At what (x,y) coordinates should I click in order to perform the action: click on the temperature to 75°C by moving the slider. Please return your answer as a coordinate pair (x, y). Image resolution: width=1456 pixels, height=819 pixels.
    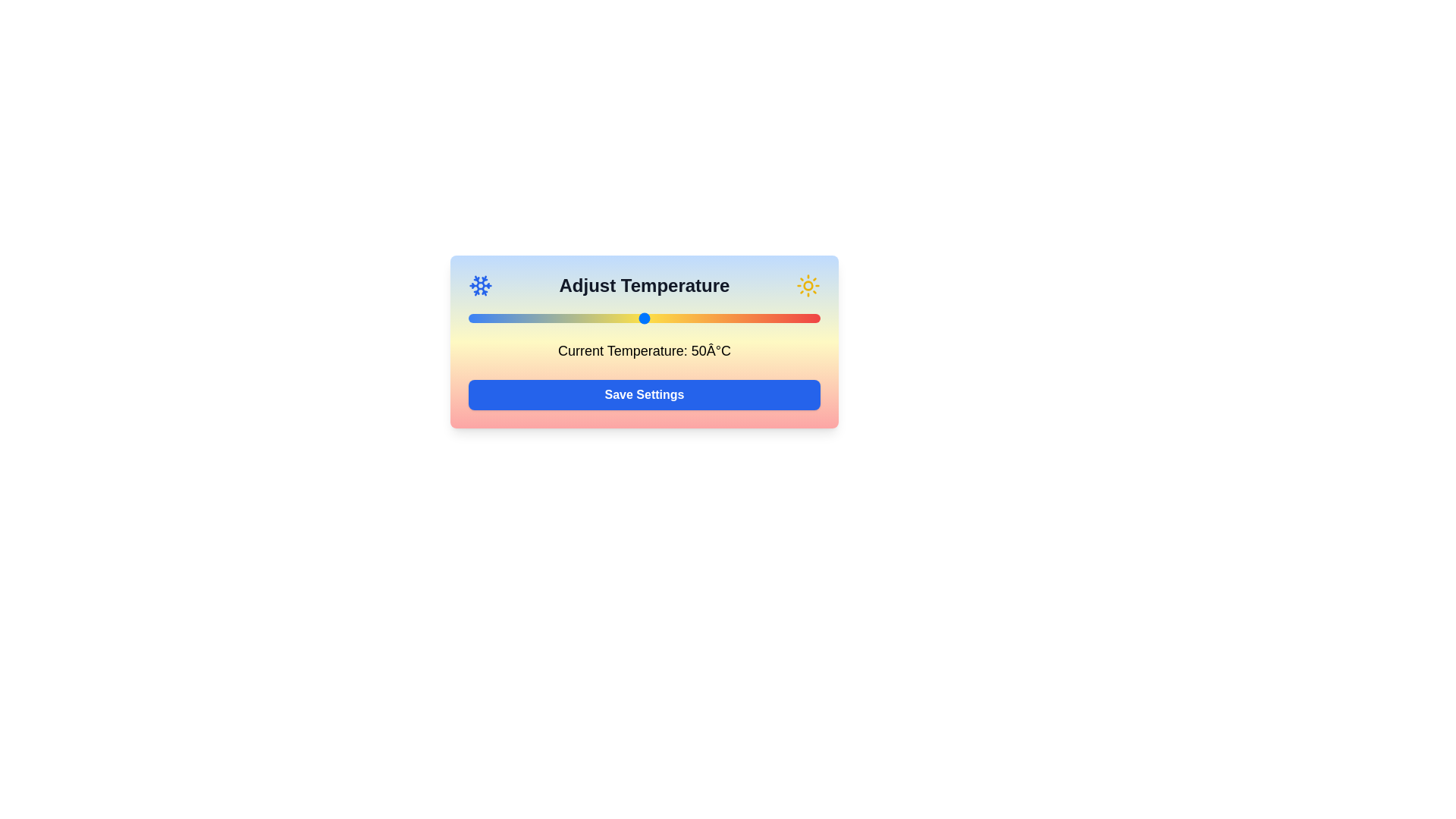
    Looking at the image, I should click on (732, 318).